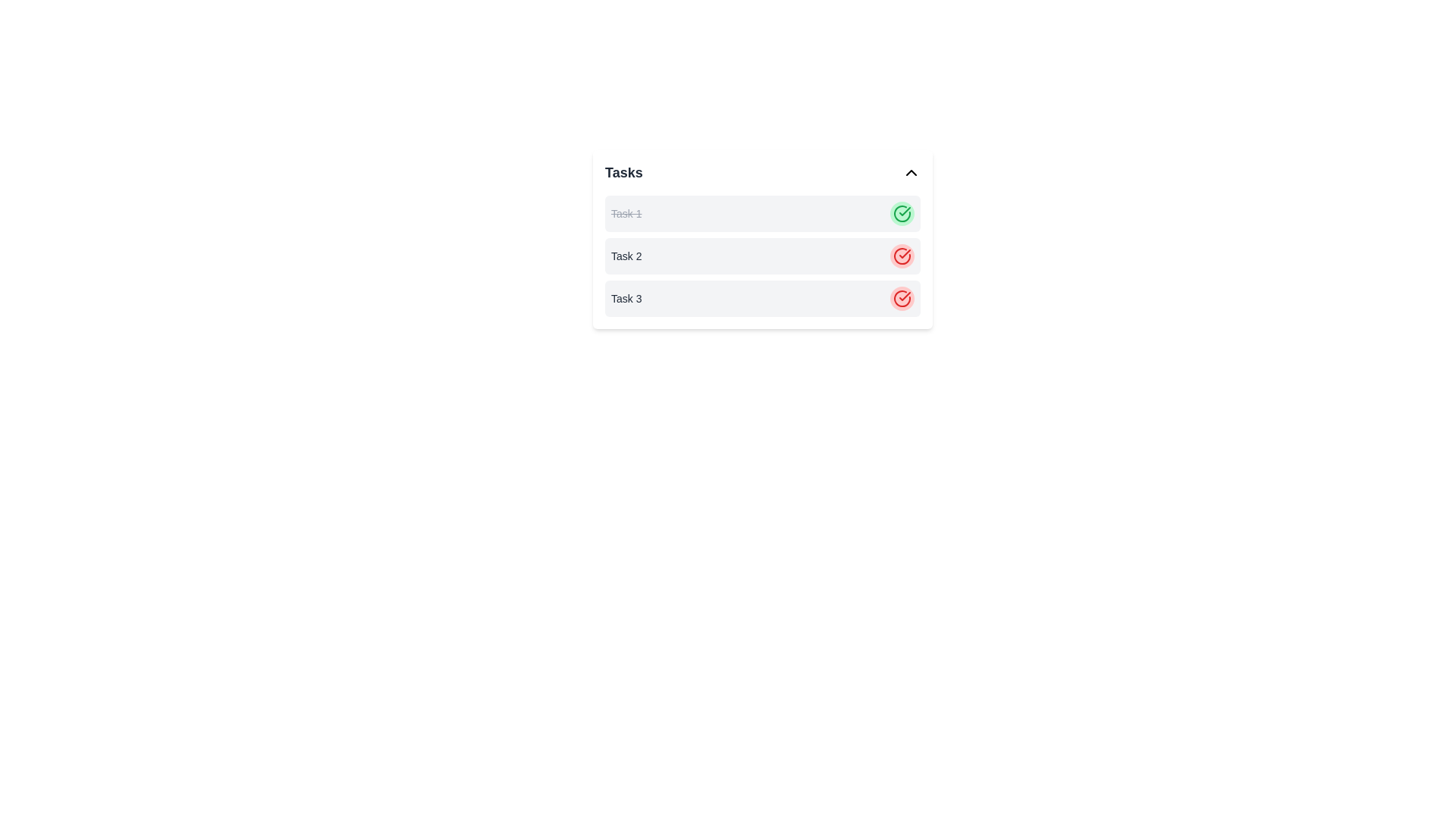 The width and height of the screenshot is (1456, 819). I want to click on the text label displaying 'Task 1' with a strikethrough styling, indicating it is completed or deactivated, so click(626, 213).